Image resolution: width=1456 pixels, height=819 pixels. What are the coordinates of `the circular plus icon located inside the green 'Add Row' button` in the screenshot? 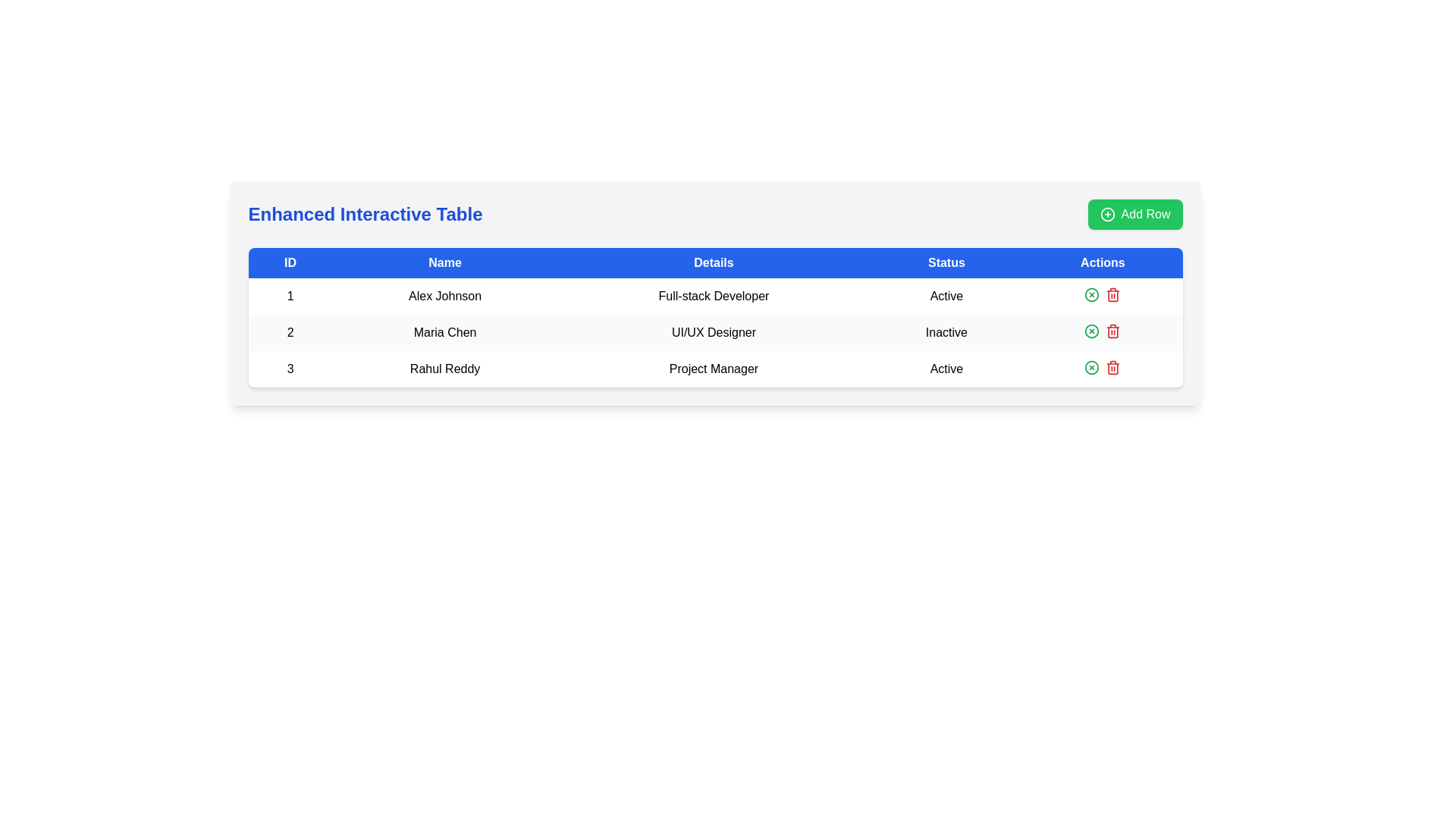 It's located at (1107, 214).